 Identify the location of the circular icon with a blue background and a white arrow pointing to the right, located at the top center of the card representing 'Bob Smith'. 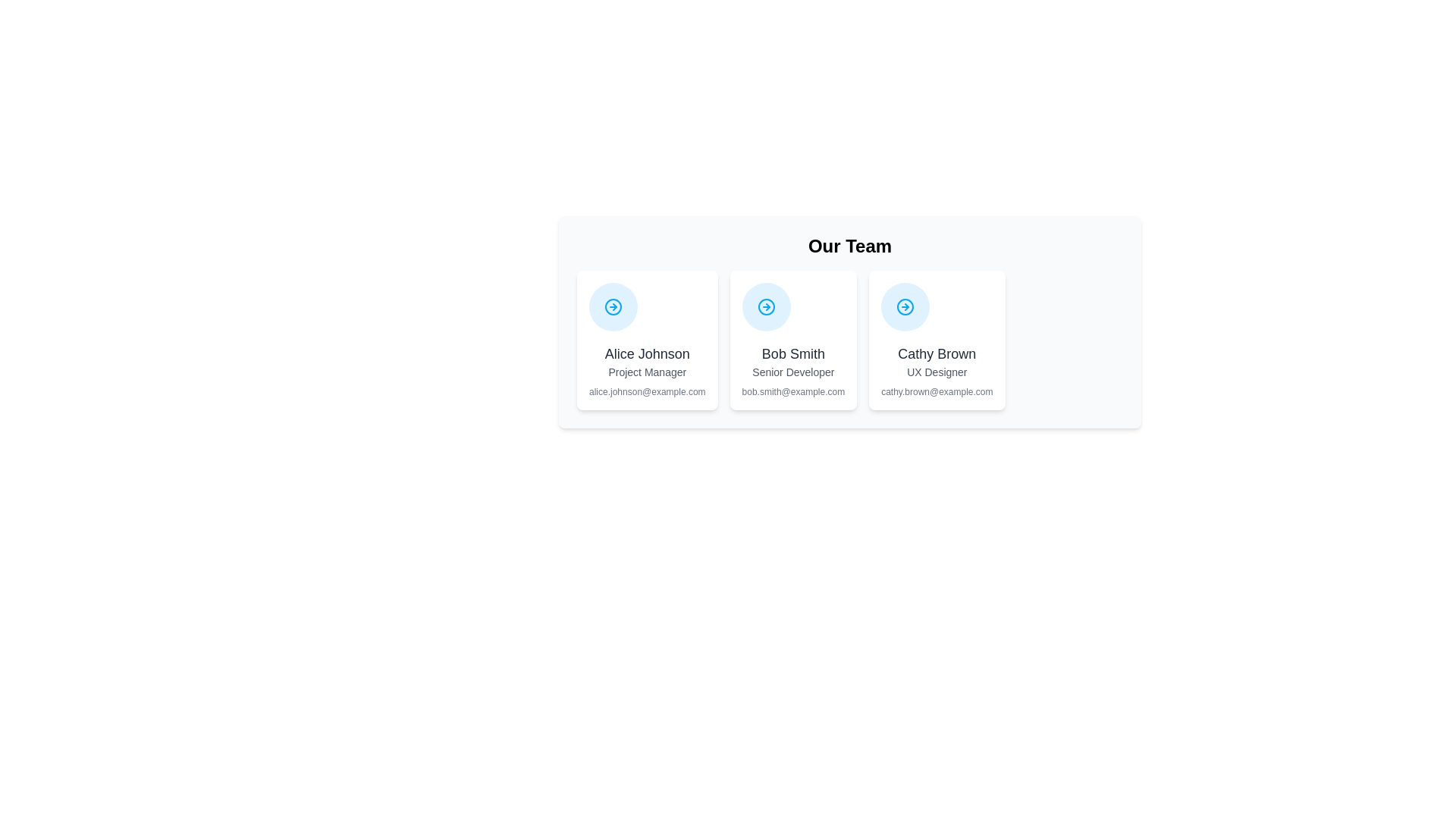
(766, 307).